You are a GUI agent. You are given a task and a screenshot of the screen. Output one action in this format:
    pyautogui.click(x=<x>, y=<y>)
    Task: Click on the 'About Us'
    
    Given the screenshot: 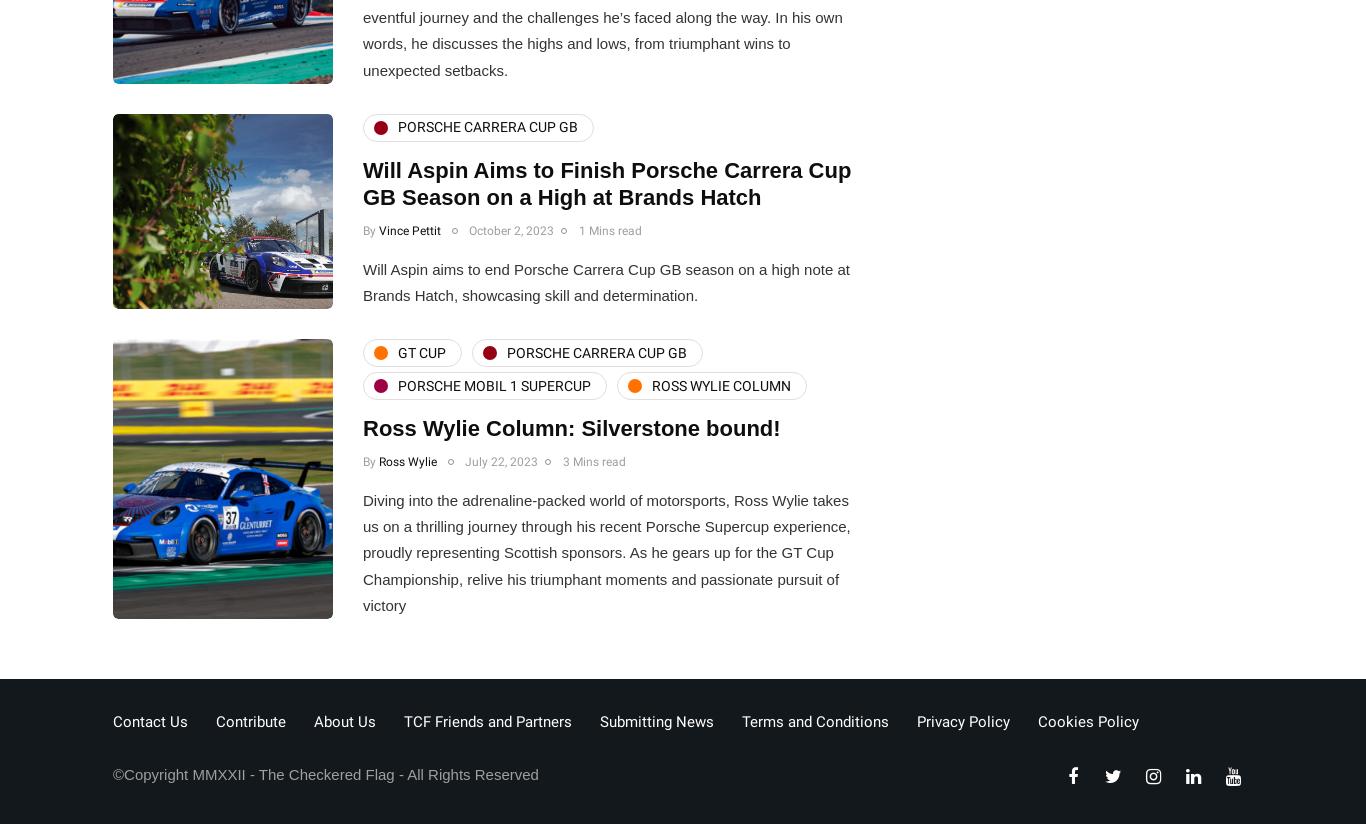 What is the action you would take?
    pyautogui.click(x=344, y=720)
    